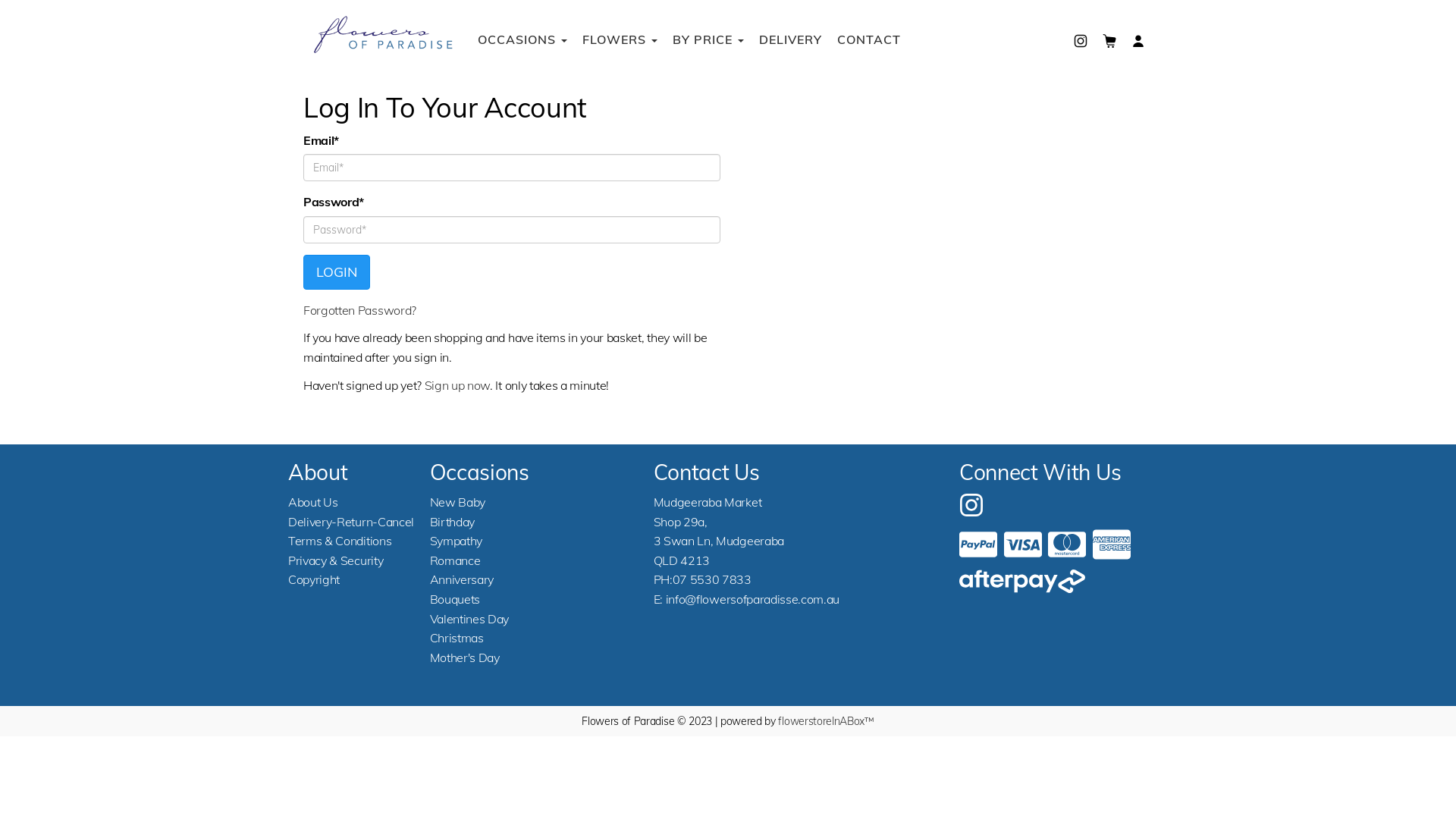  Describe the element at coordinates (359, 309) in the screenshot. I see `'Forgotten Password?'` at that location.